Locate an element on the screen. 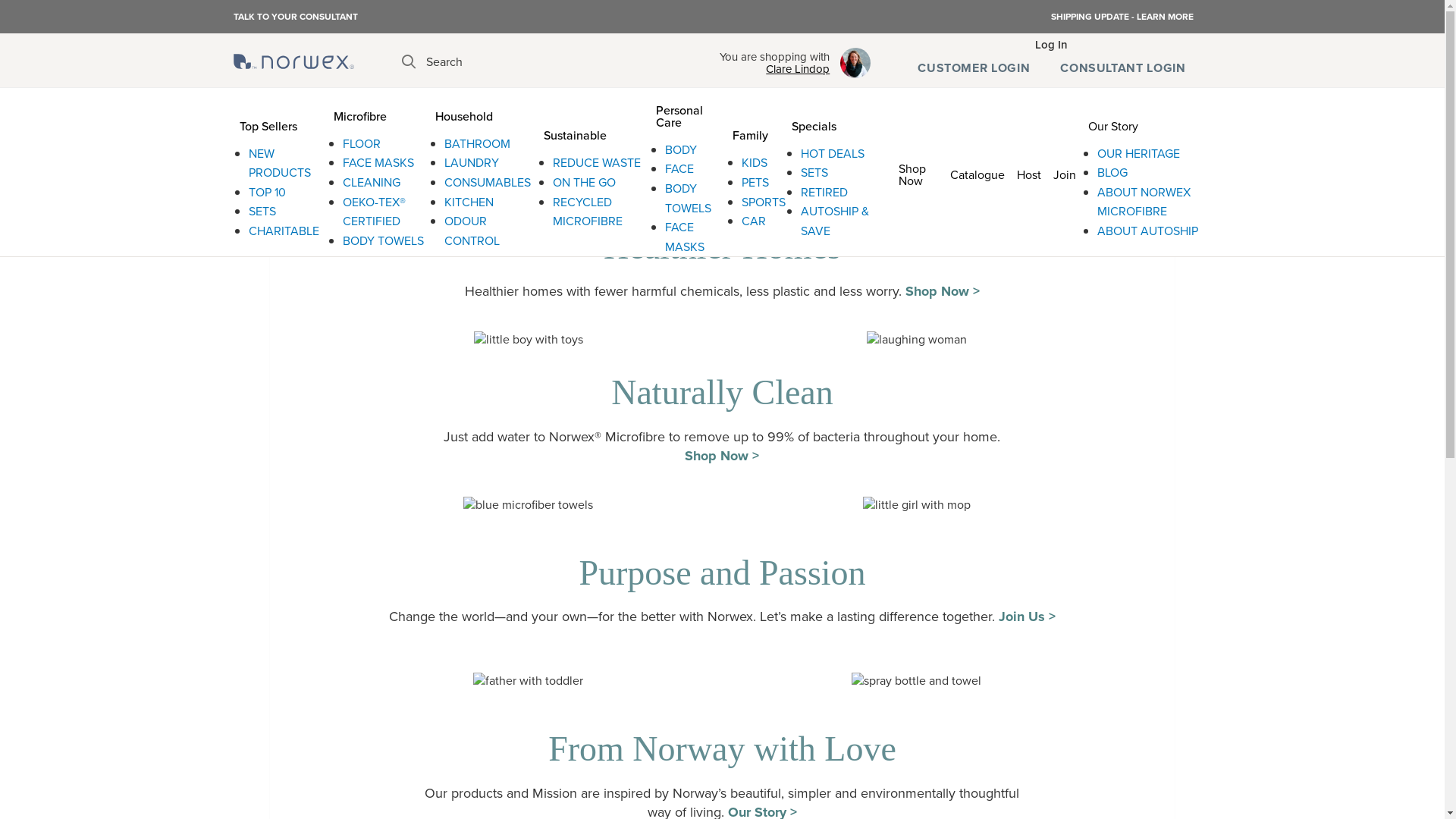 The image size is (1456, 819). 'CAR' is located at coordinates (753, 221).